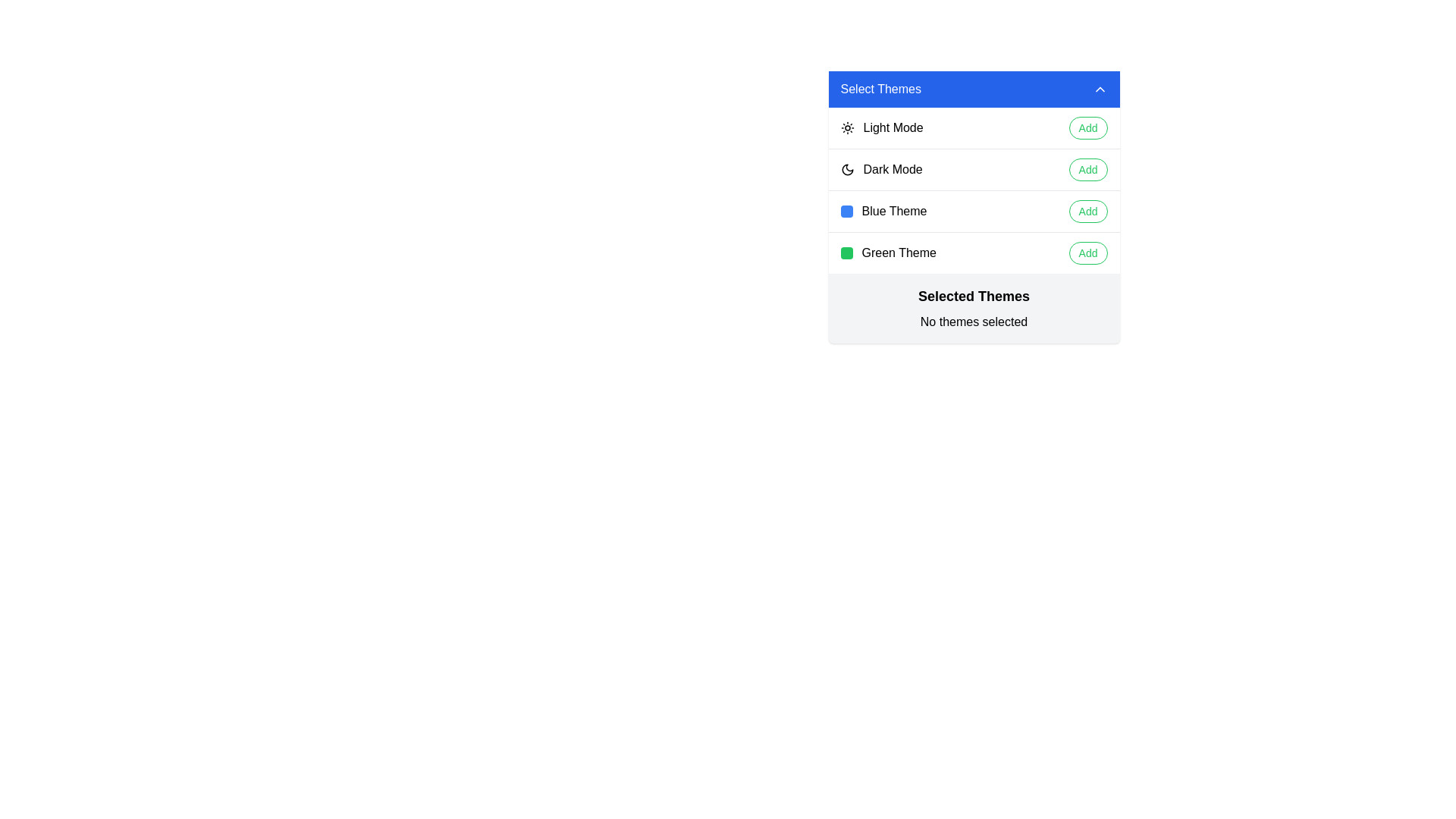  Describe the element at coordinates (899, 253) in the screenshot. I see `the 'Green Theme' label, which is part of a theme options list, located between a green circular indicator and an 'Add' button` at that location.